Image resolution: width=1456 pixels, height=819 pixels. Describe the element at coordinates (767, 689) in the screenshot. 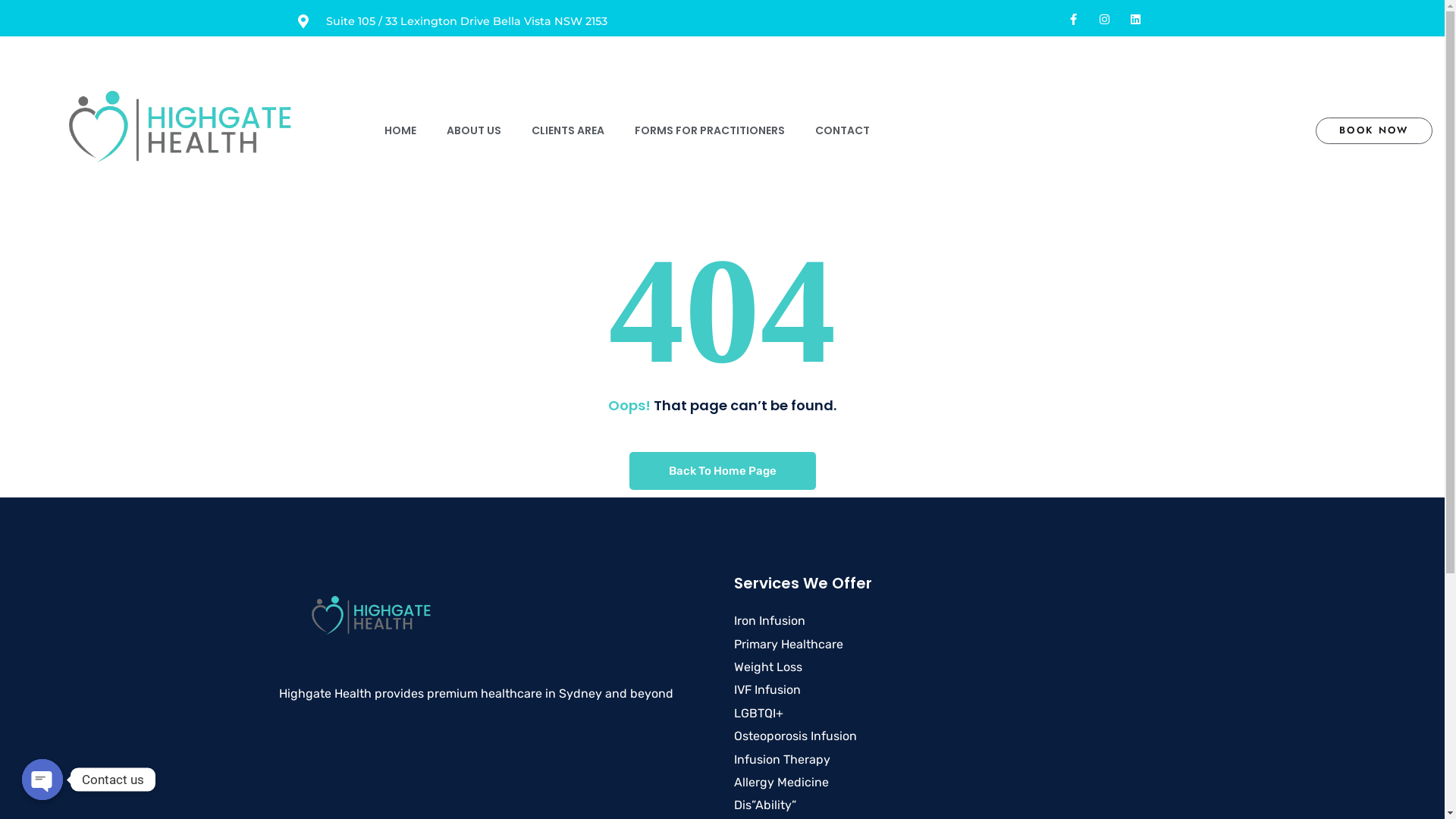

I see `'IVF Infusion'` at that location.